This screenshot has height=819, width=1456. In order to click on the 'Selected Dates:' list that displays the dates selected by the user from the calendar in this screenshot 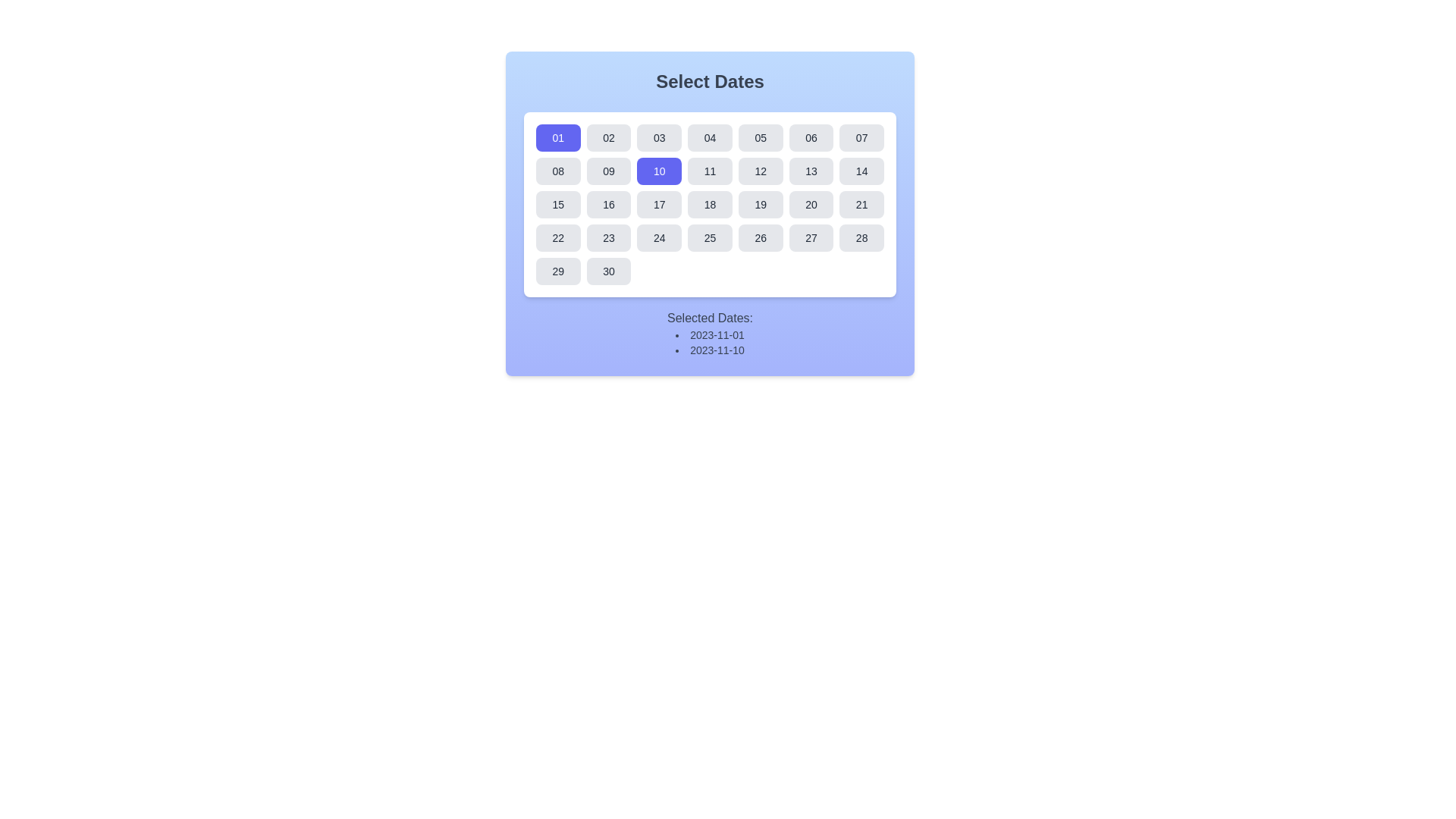, I will do `click(709, 342)`.